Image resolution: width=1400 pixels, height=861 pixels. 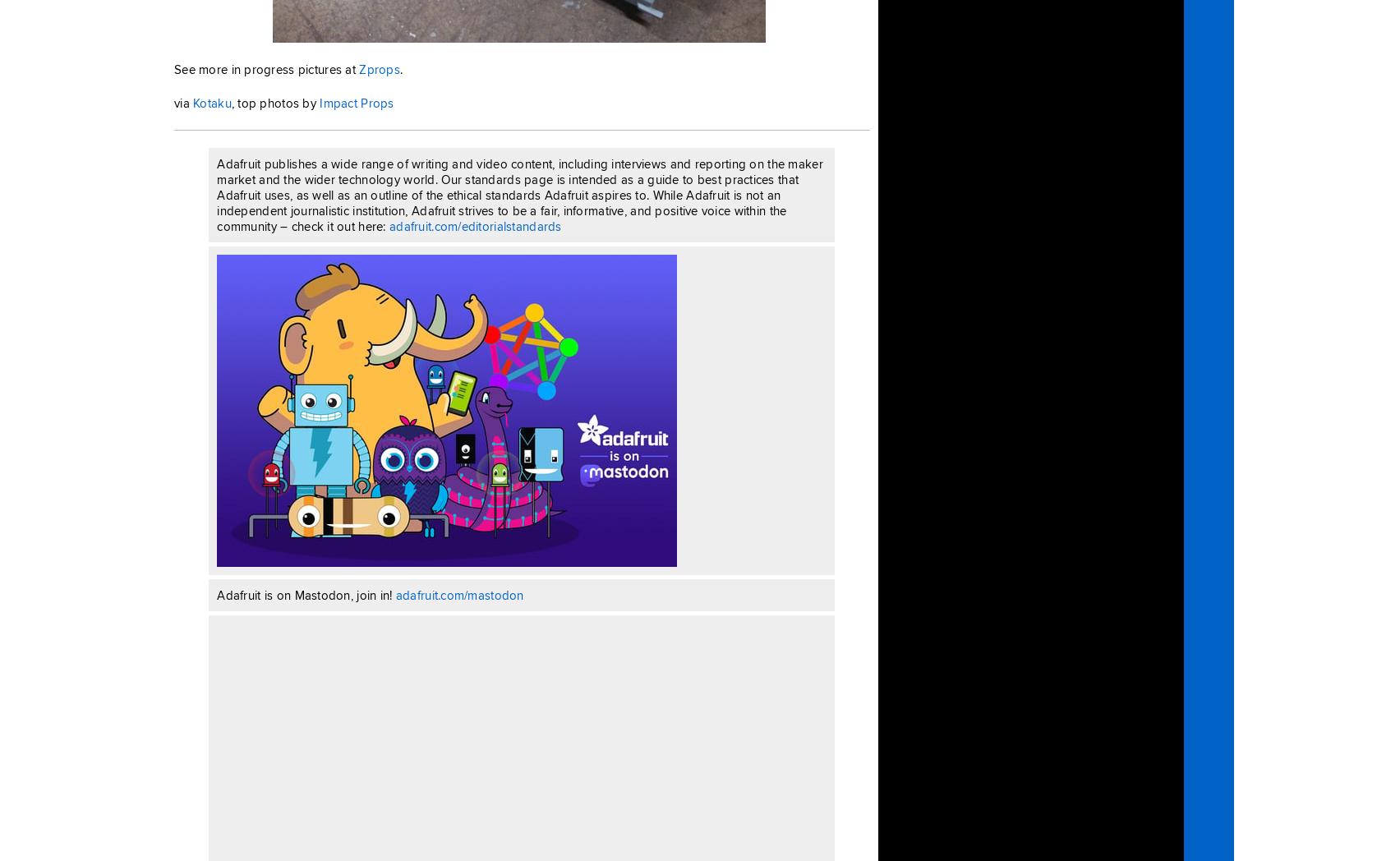 I want to click on 'Adafruit publishes a wide range of writing and video content, including interviews and reporting on the maker market and the wider technology world. Our standards page is intended as a guide to best practices that Adafruit uses, as well as an outline of the ethical standards Adafruit aspires to. While Adafruit is not an independent journalistic institution, Adafruit strives to be a fair, informative, and positive voice within the community – check it out here:', so click(x=519, y=194).